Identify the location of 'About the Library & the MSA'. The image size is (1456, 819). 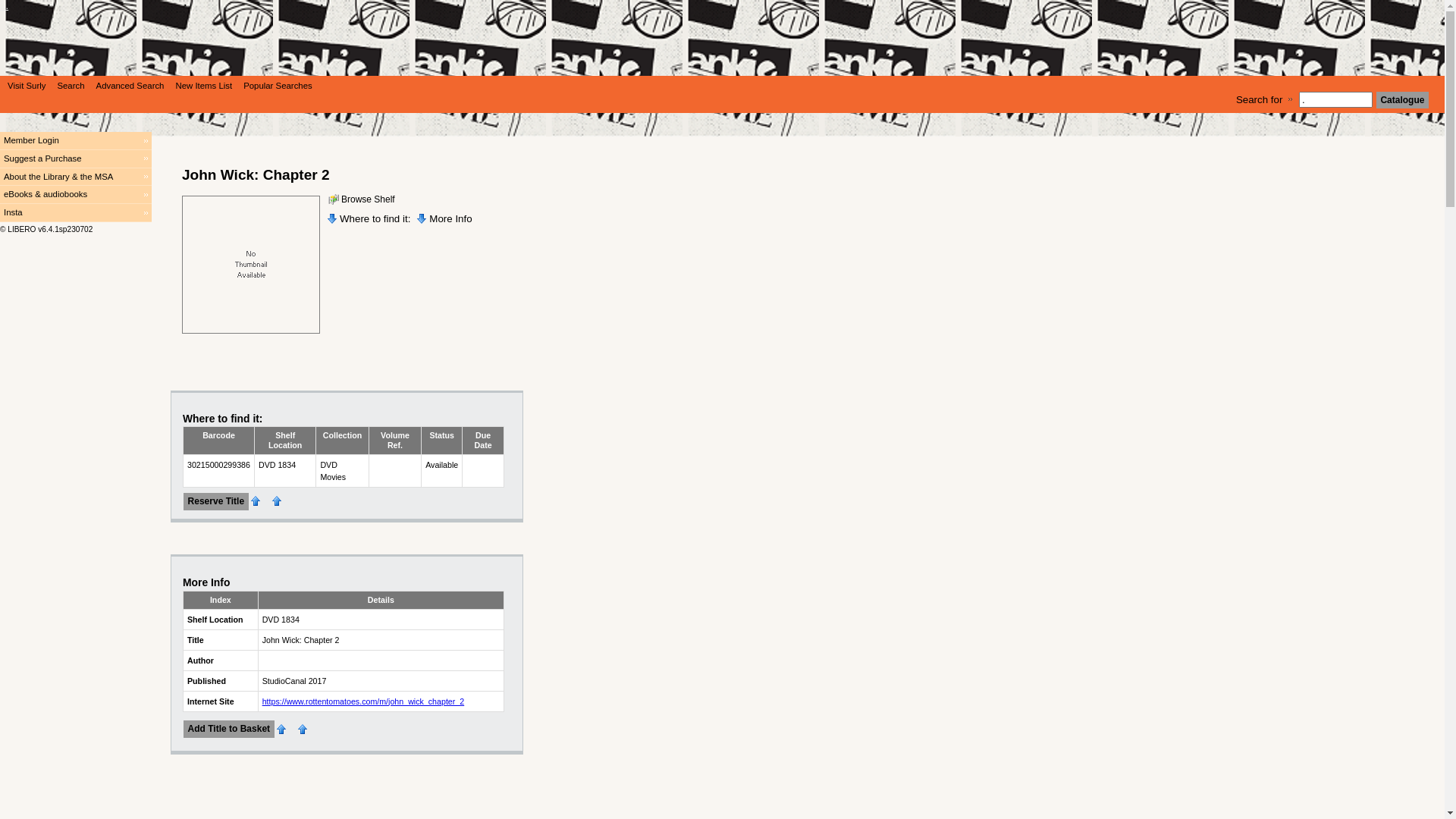
(0, 177).